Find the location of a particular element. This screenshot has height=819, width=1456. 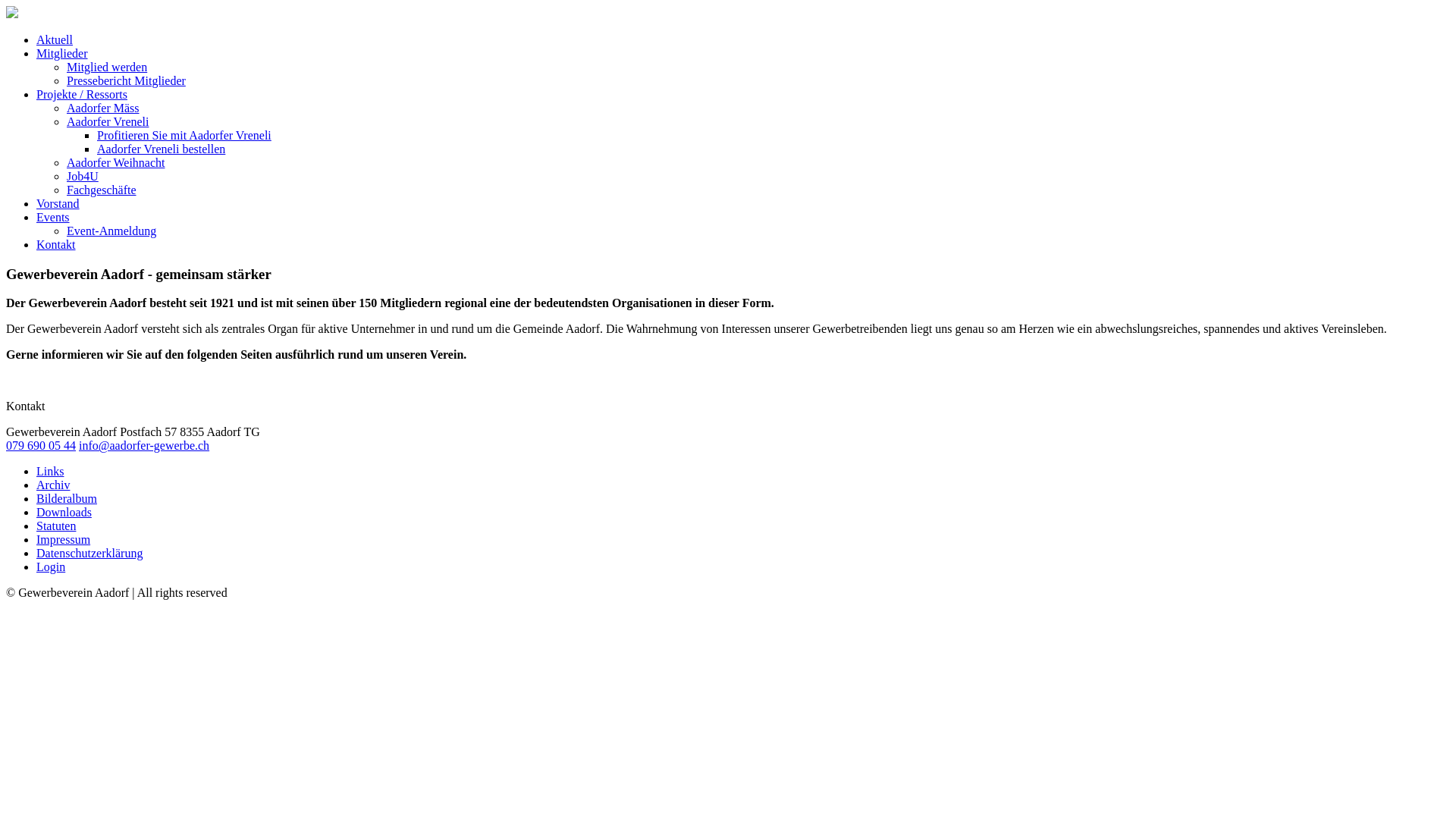

'Mitglieder' is located at coordinates (61, 52).